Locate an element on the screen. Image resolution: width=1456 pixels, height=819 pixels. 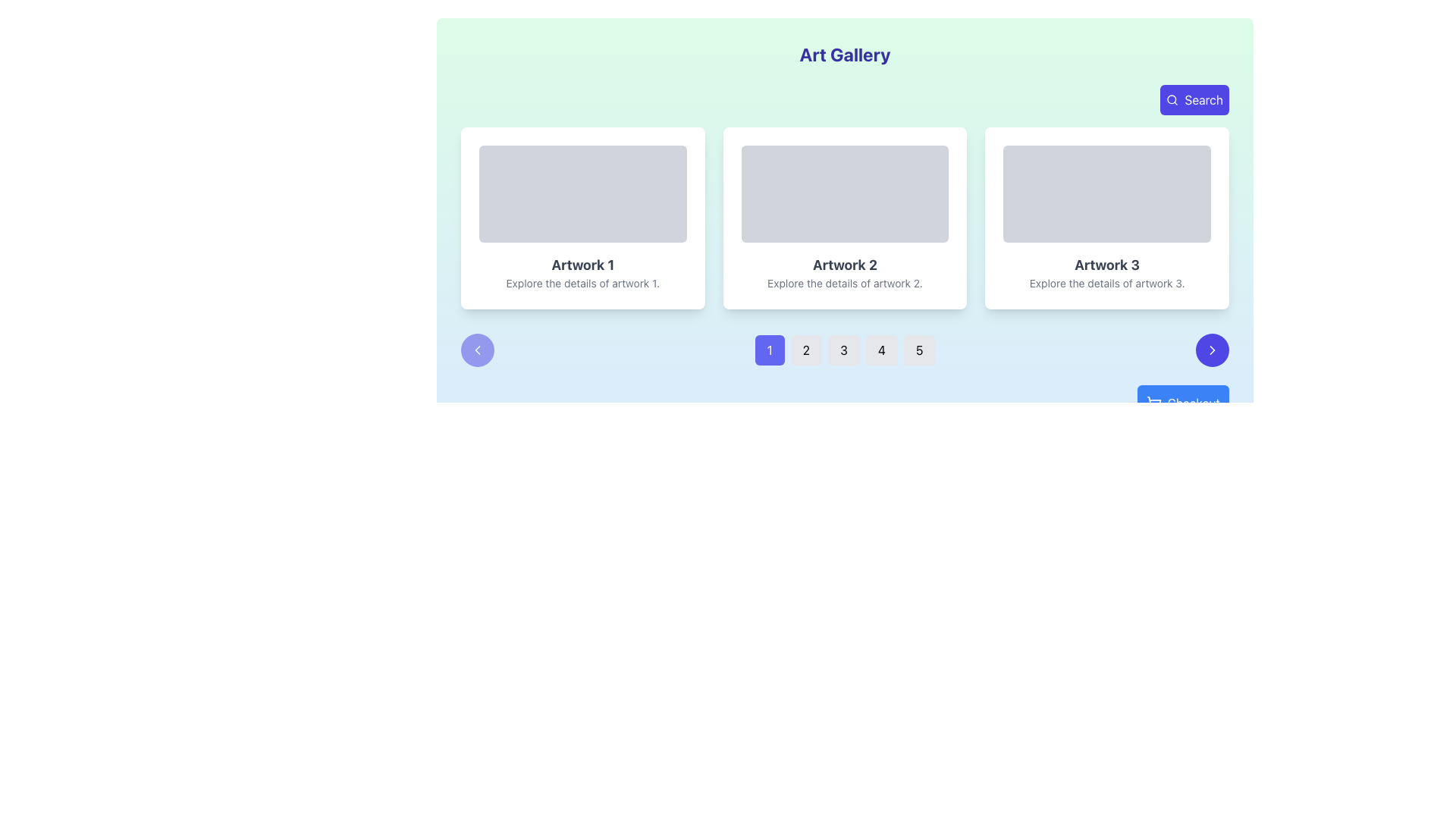
title text displayed below the gray placeholder image in the artwork card, which serves as an identifier for users is located at coordinates (582, 265).